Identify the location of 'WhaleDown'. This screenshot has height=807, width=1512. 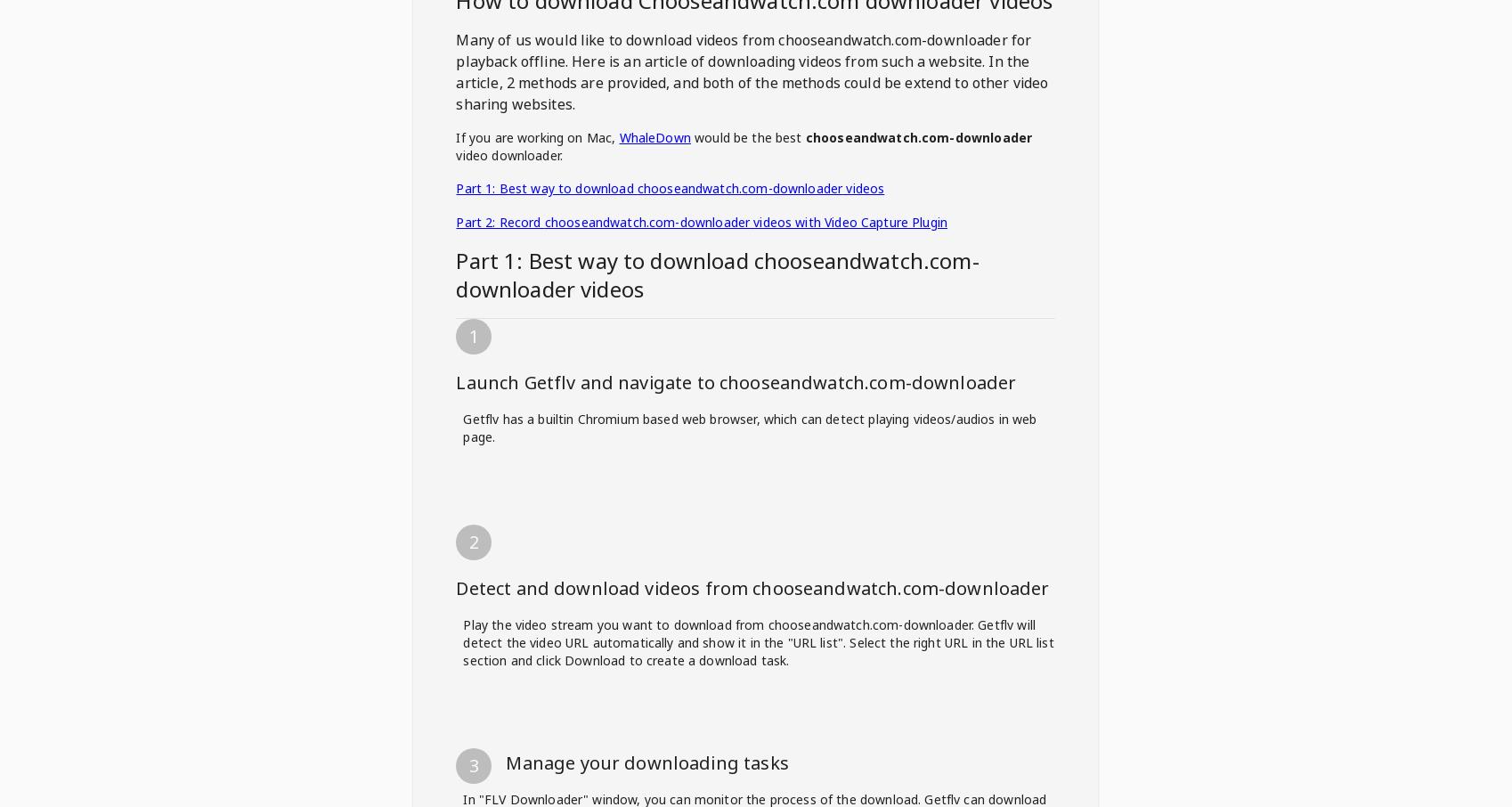
(654, 137).